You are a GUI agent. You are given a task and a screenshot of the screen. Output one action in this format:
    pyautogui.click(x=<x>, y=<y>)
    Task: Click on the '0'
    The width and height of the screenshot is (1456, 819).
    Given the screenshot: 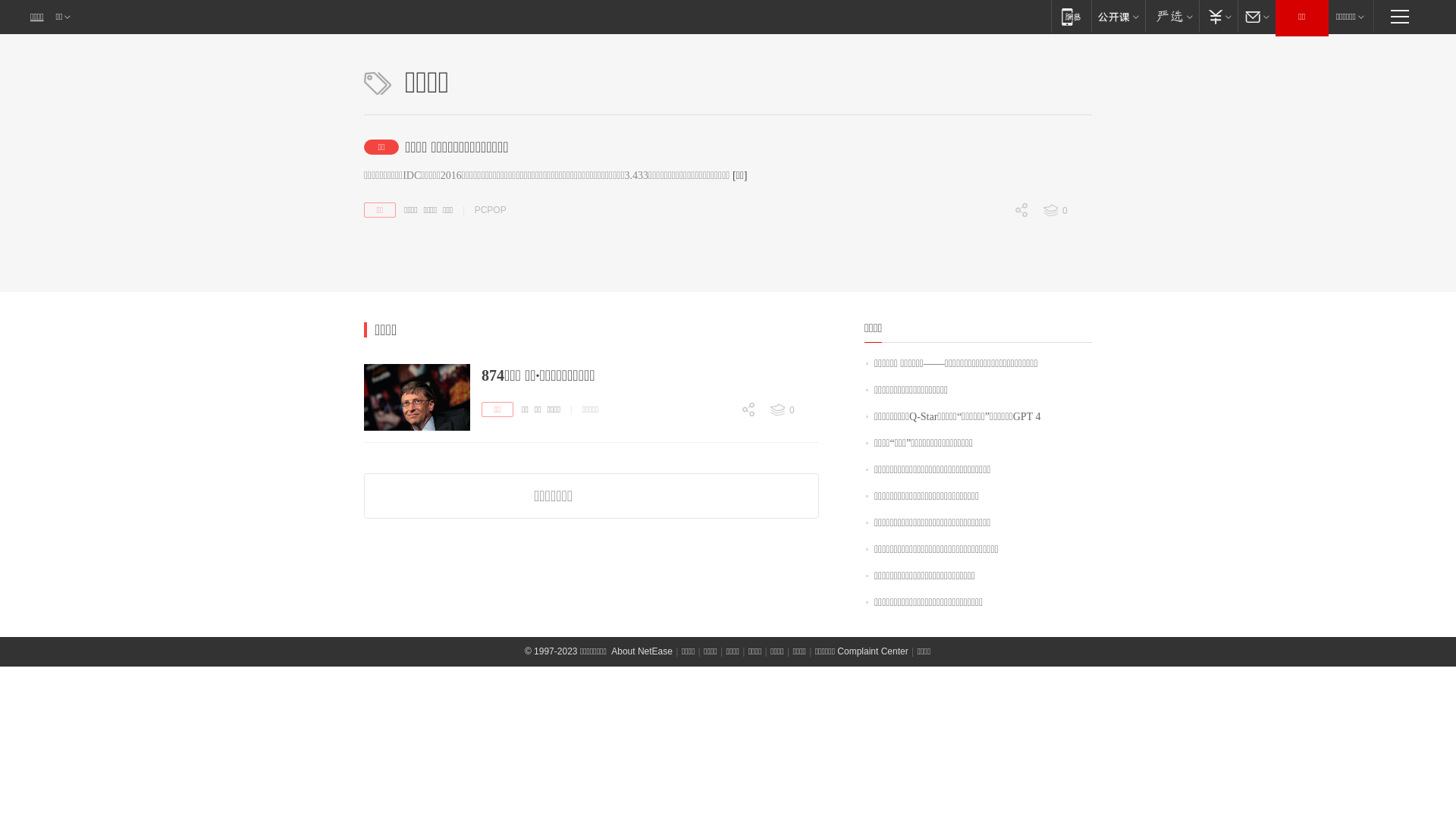 What is the action you would take?
    pyautogui.click(x=990, y=237)
    